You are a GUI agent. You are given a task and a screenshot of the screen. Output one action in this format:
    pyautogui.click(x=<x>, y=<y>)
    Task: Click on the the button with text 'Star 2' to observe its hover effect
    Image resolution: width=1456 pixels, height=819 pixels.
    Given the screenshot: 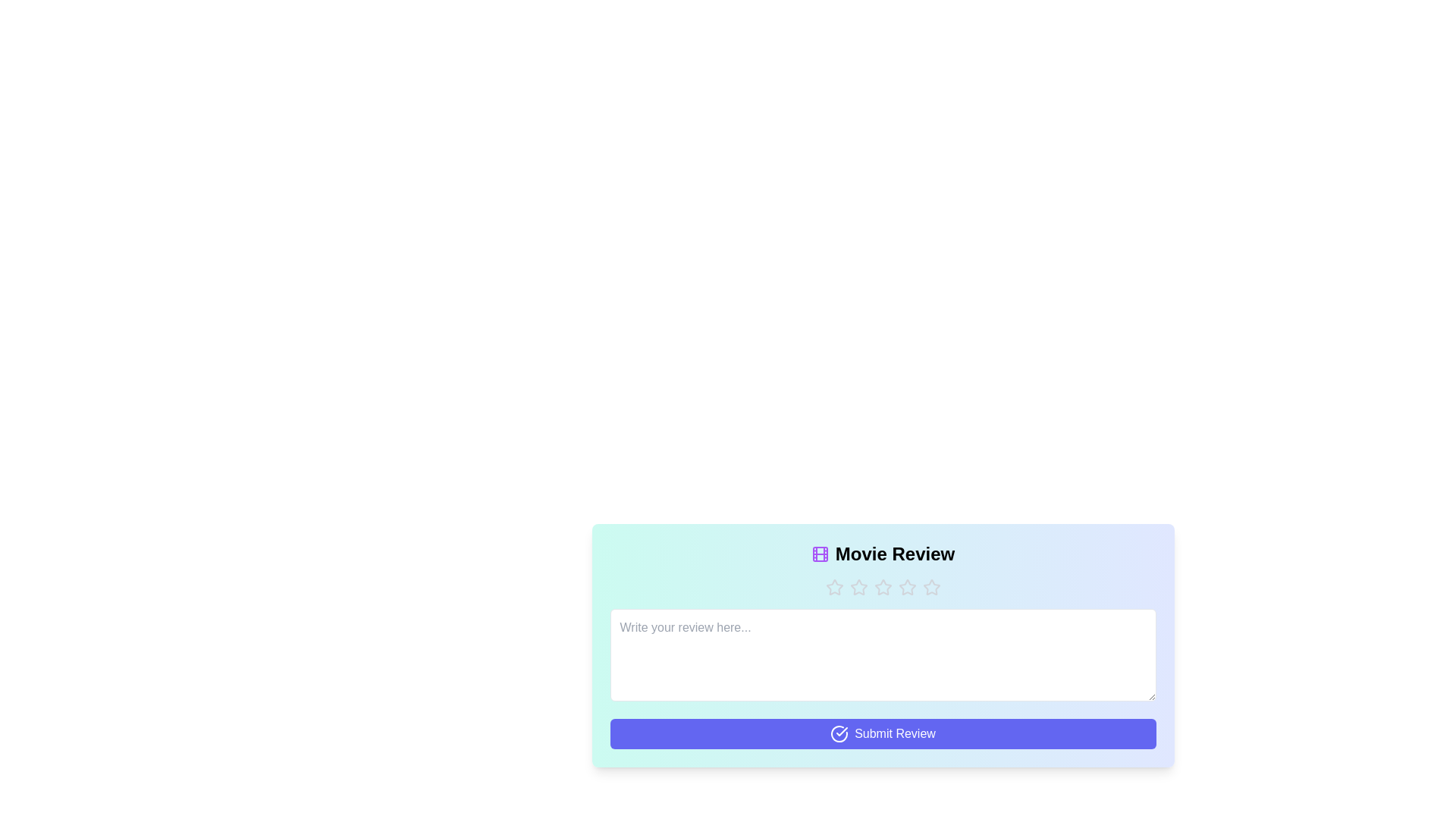 What is the action you would take?
    pyautogui.click(x=858, y=587)
    